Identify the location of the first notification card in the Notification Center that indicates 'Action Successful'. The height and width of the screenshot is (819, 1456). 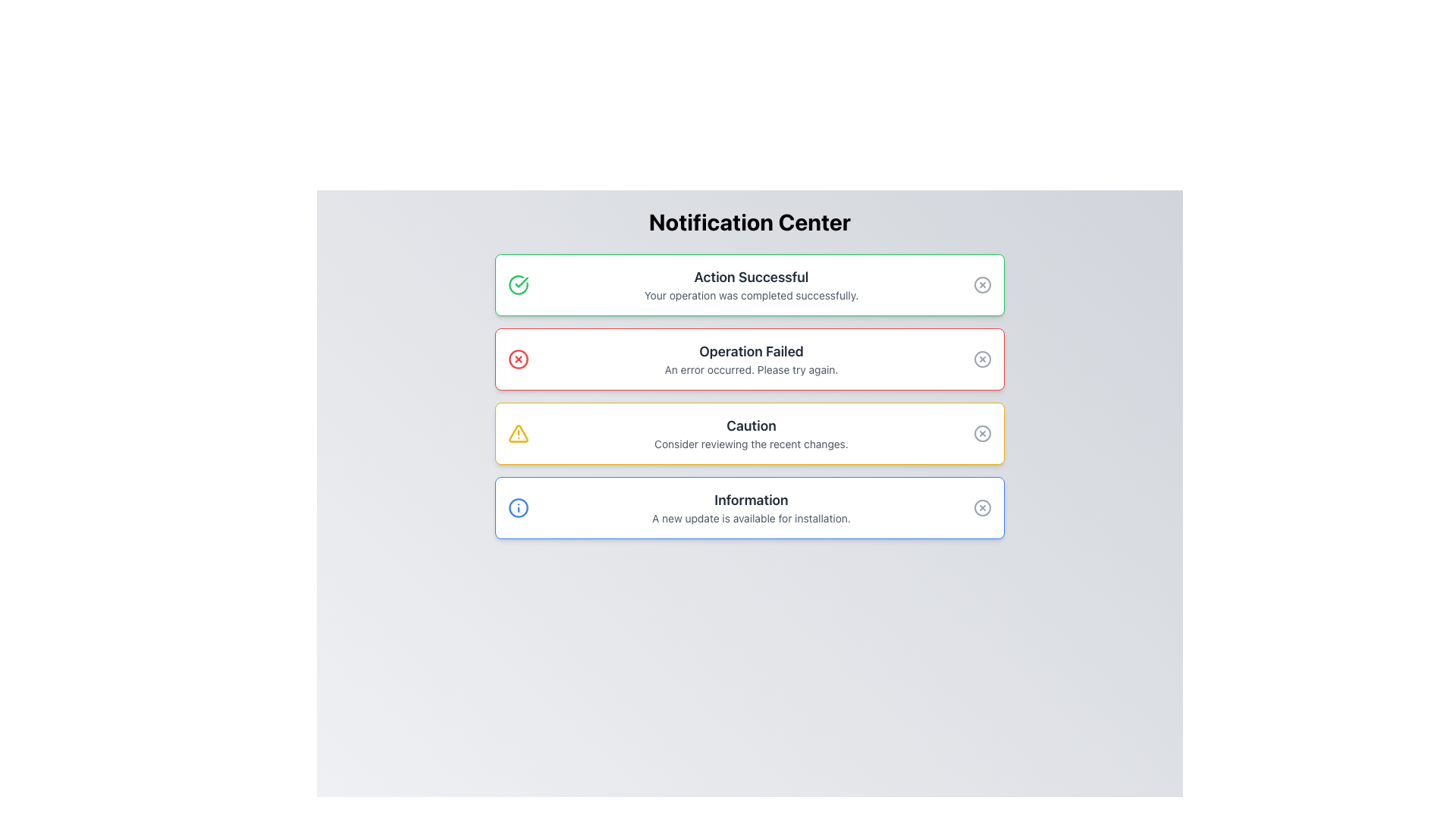
(749, 284).